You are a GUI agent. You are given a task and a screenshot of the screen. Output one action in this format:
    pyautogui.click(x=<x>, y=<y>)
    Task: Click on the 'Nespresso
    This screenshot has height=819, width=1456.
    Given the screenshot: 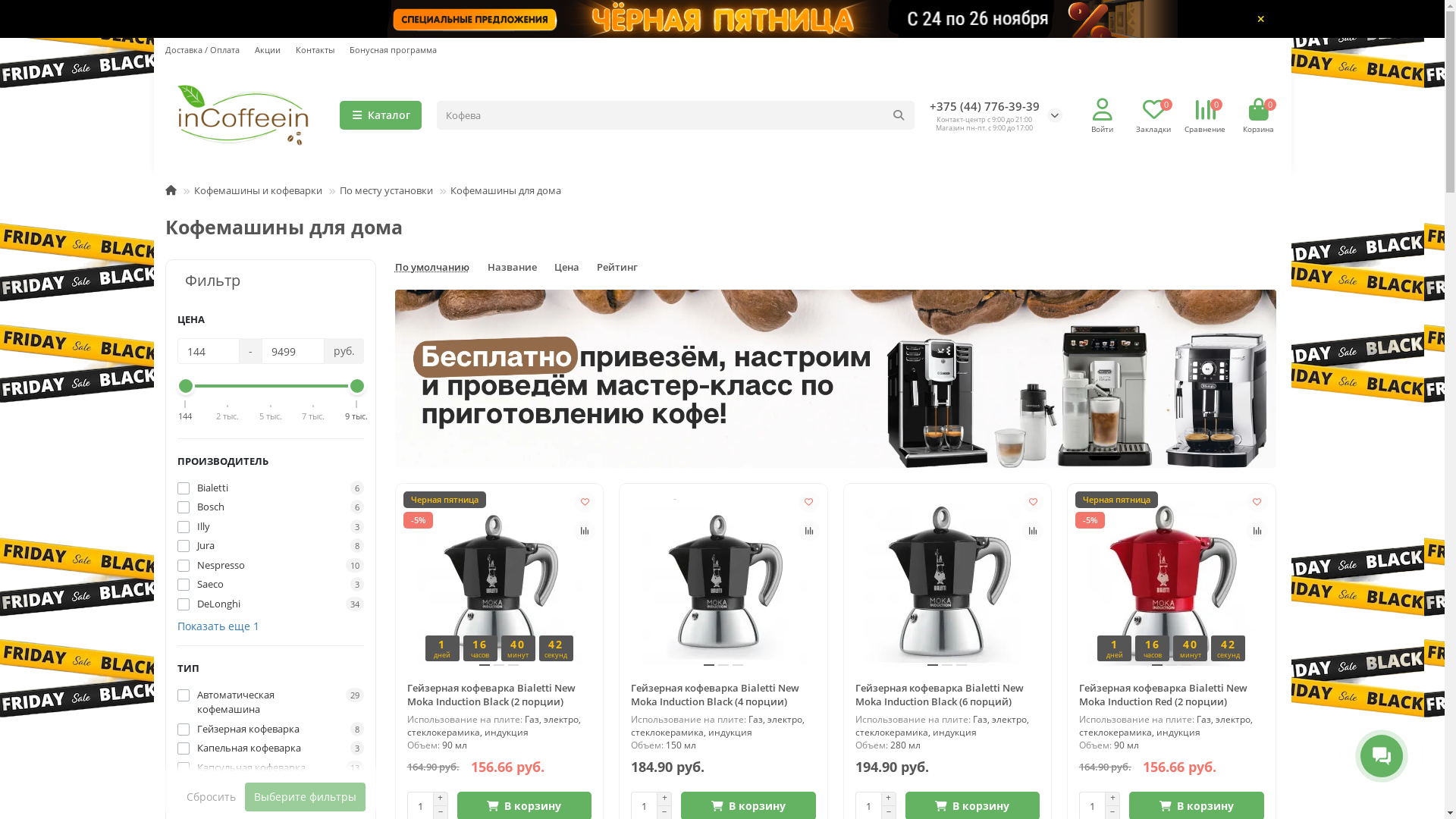 What is the action you would take?
    pyautogui.click(x=270, y=565)
    